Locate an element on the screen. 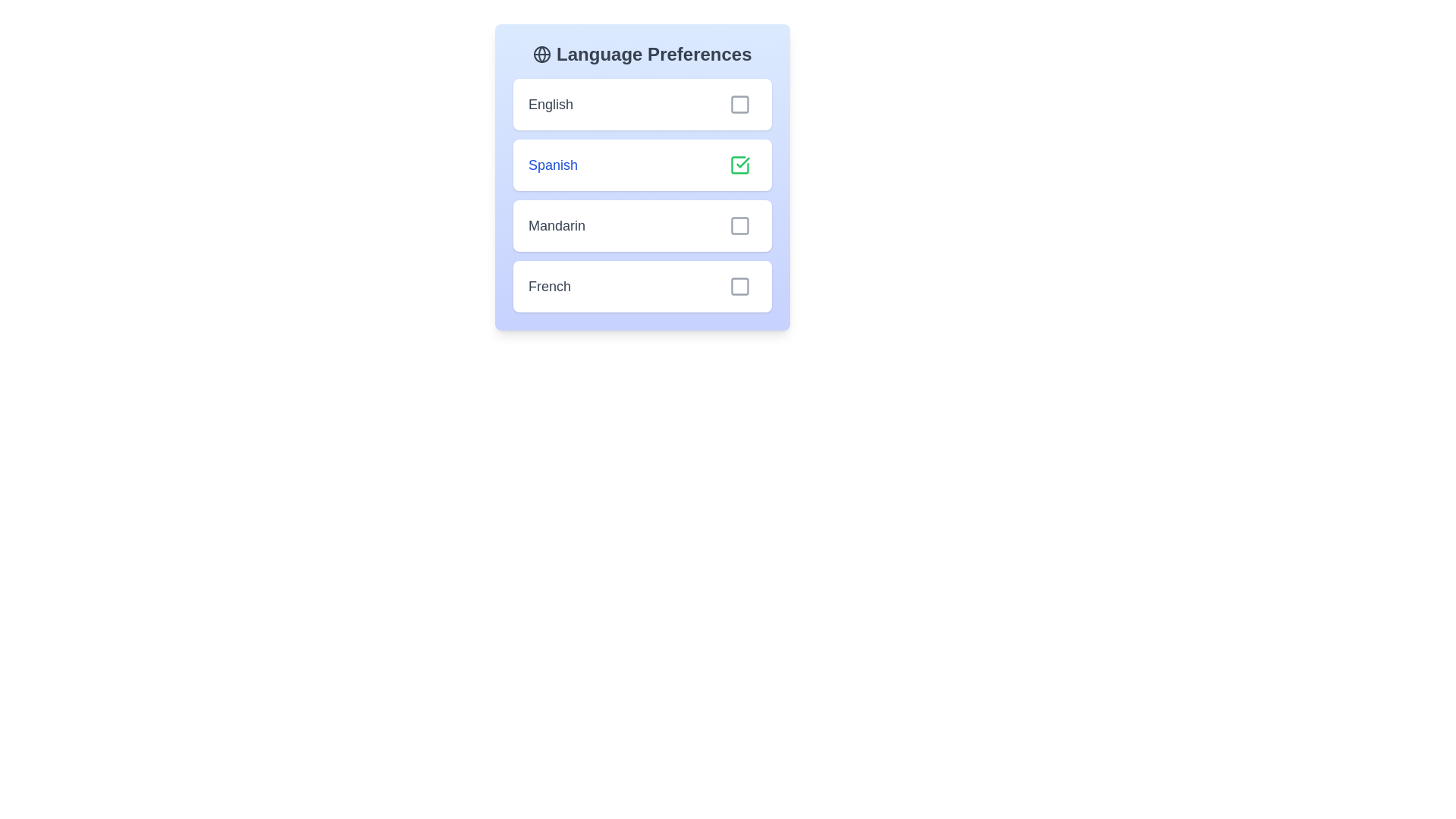 The height and width of the screenshot is (819, 1456). the square checkbox next to the 'French' label in the language selection list is located at coordinates (739, 287).